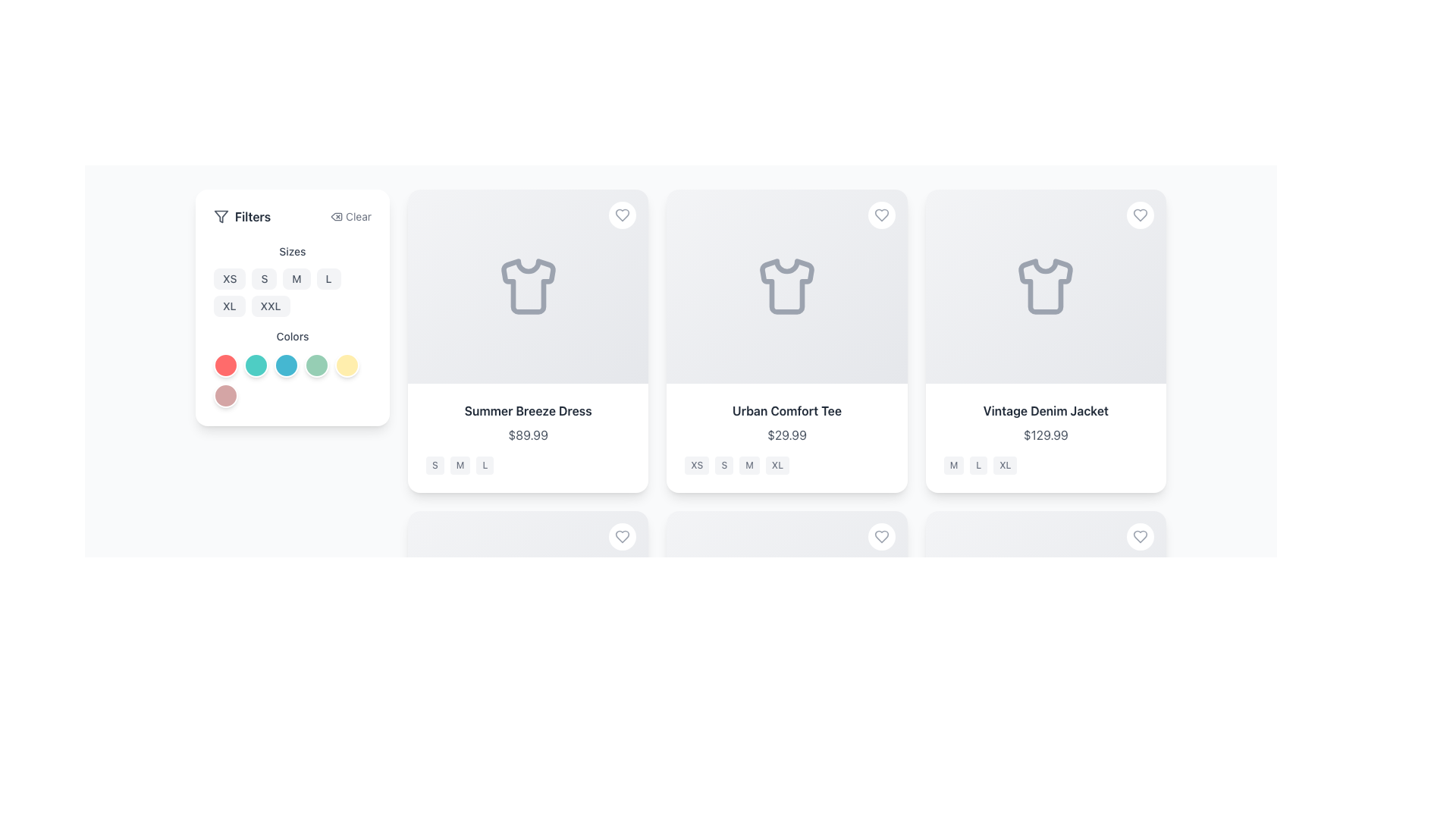 Image resolution: width=1456 pixels, height=819 pixels. Describe the element at coordinates (723, 464) in the screenshot. I see `the second label representing the size option for 'Urban Comfort Tee'` at that location.